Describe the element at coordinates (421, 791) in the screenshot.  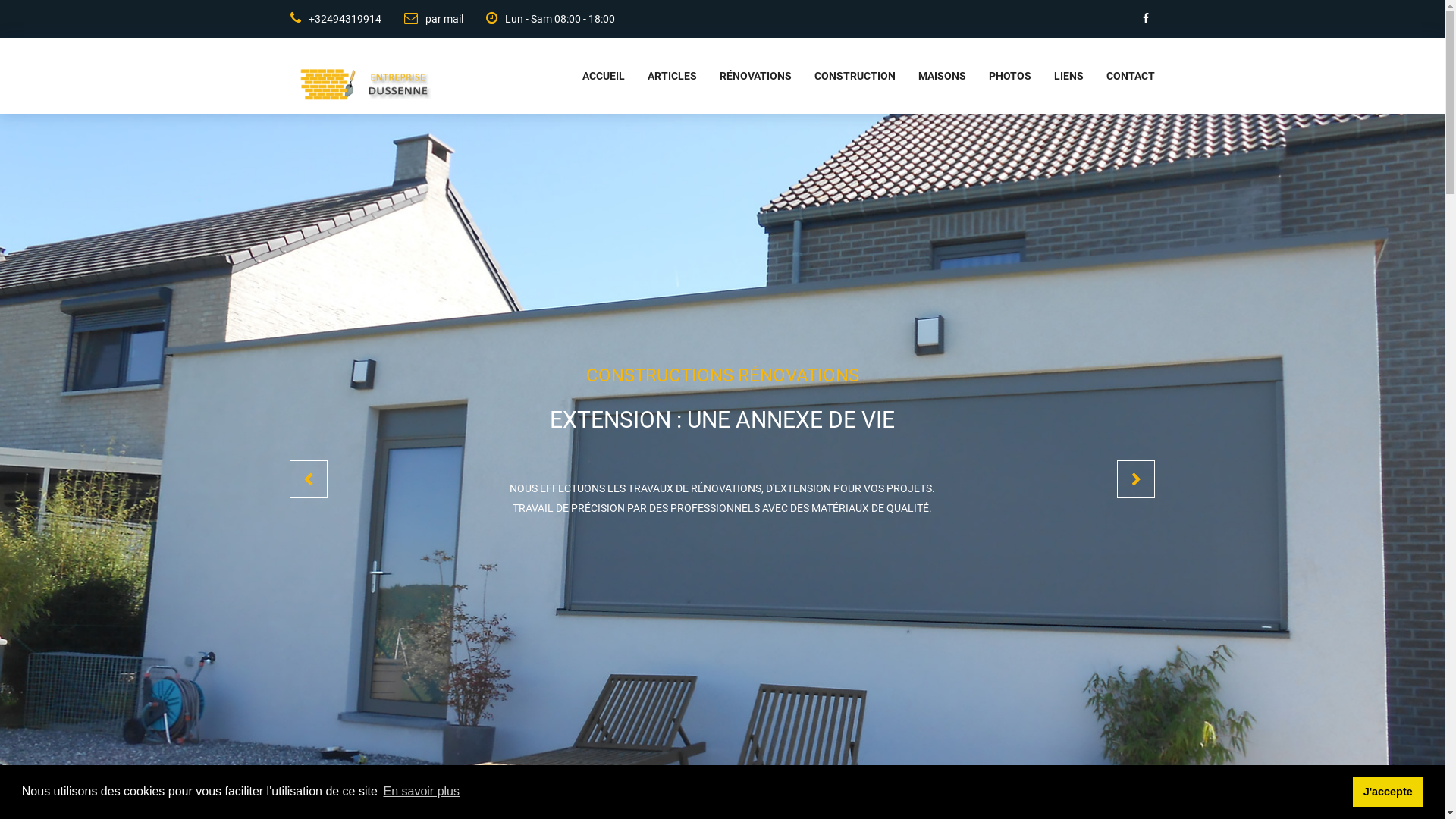
I see `'En savoir plus'` at that location.